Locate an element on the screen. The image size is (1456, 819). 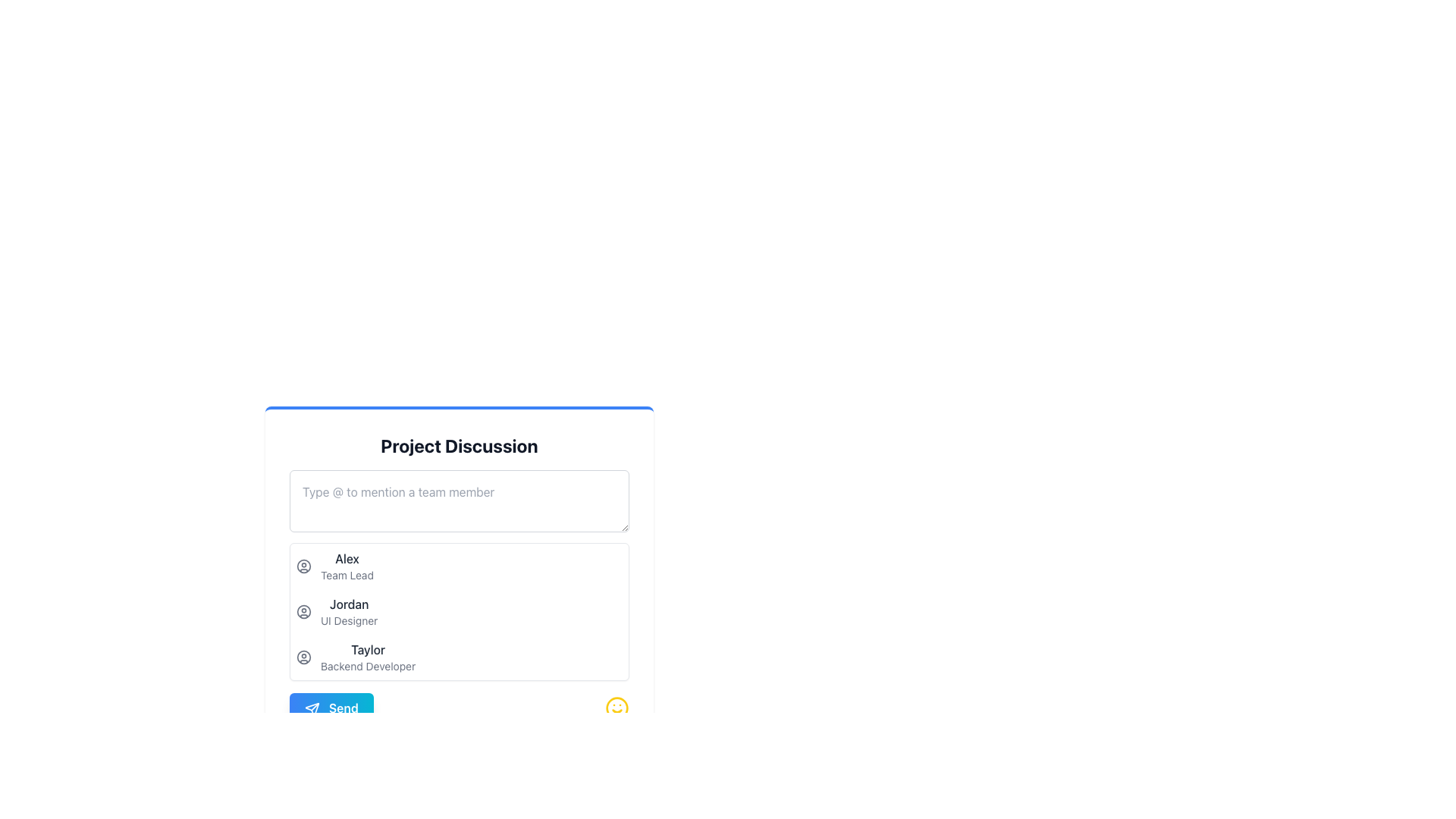
the text label indicating the name 'Jordan', which identifies a team member listed in the team members section is located at coordinates (348, 604).